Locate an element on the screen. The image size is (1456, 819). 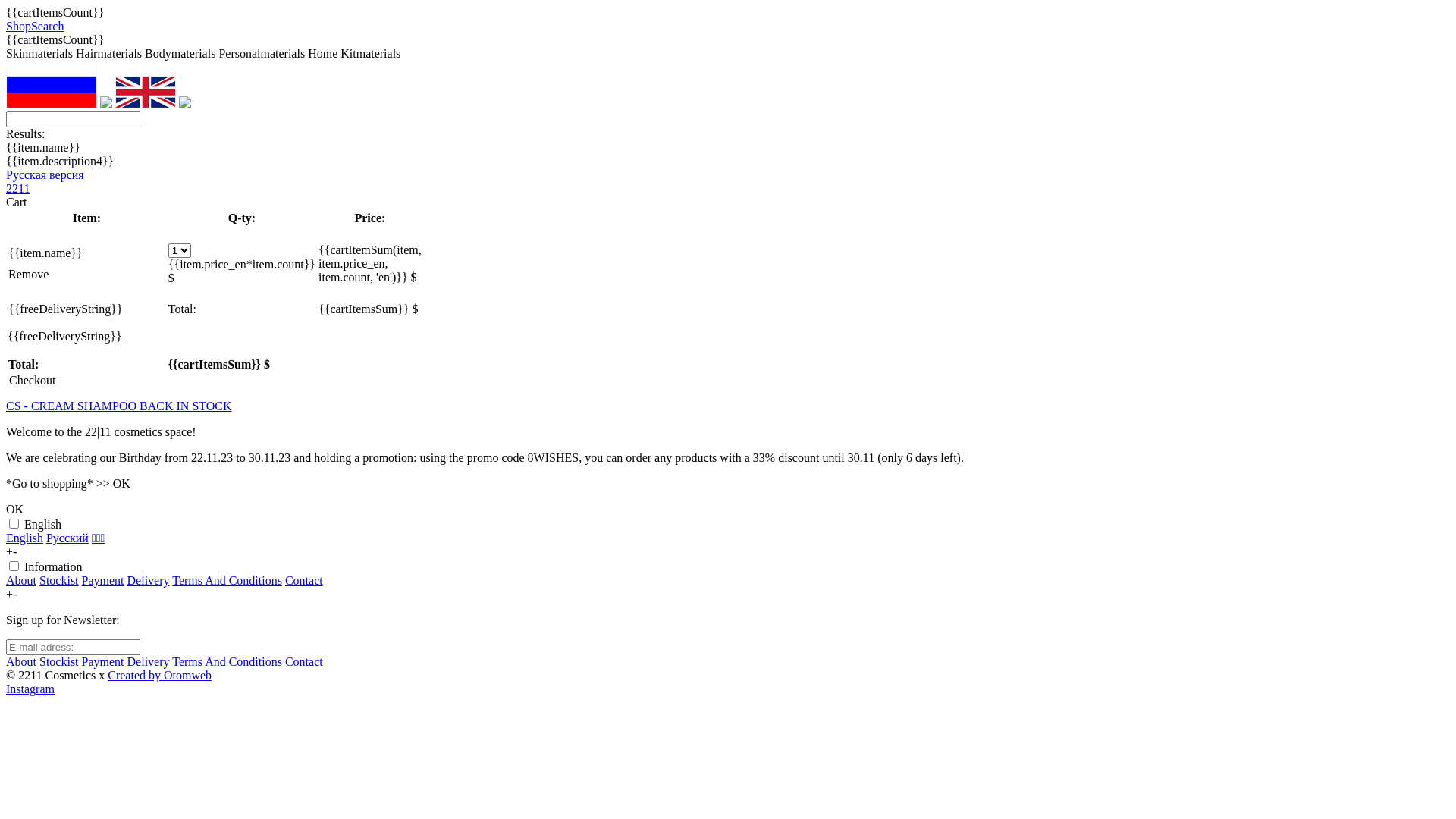
'Skinmaterials' is located at coordinates (6, 52).